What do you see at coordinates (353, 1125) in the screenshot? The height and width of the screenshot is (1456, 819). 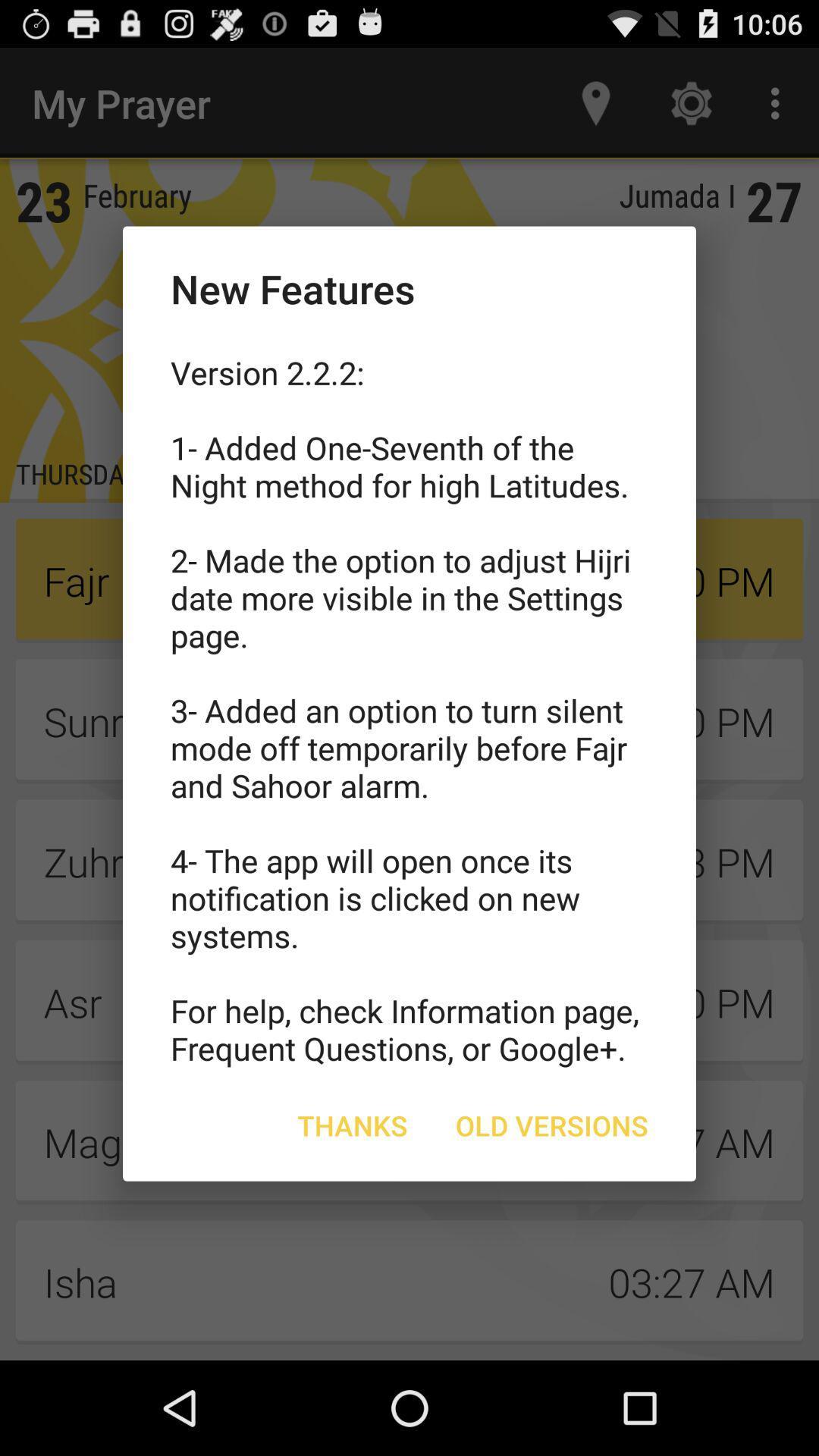 I see `the thanks at the bottom` at bounding box center [353, 1125].